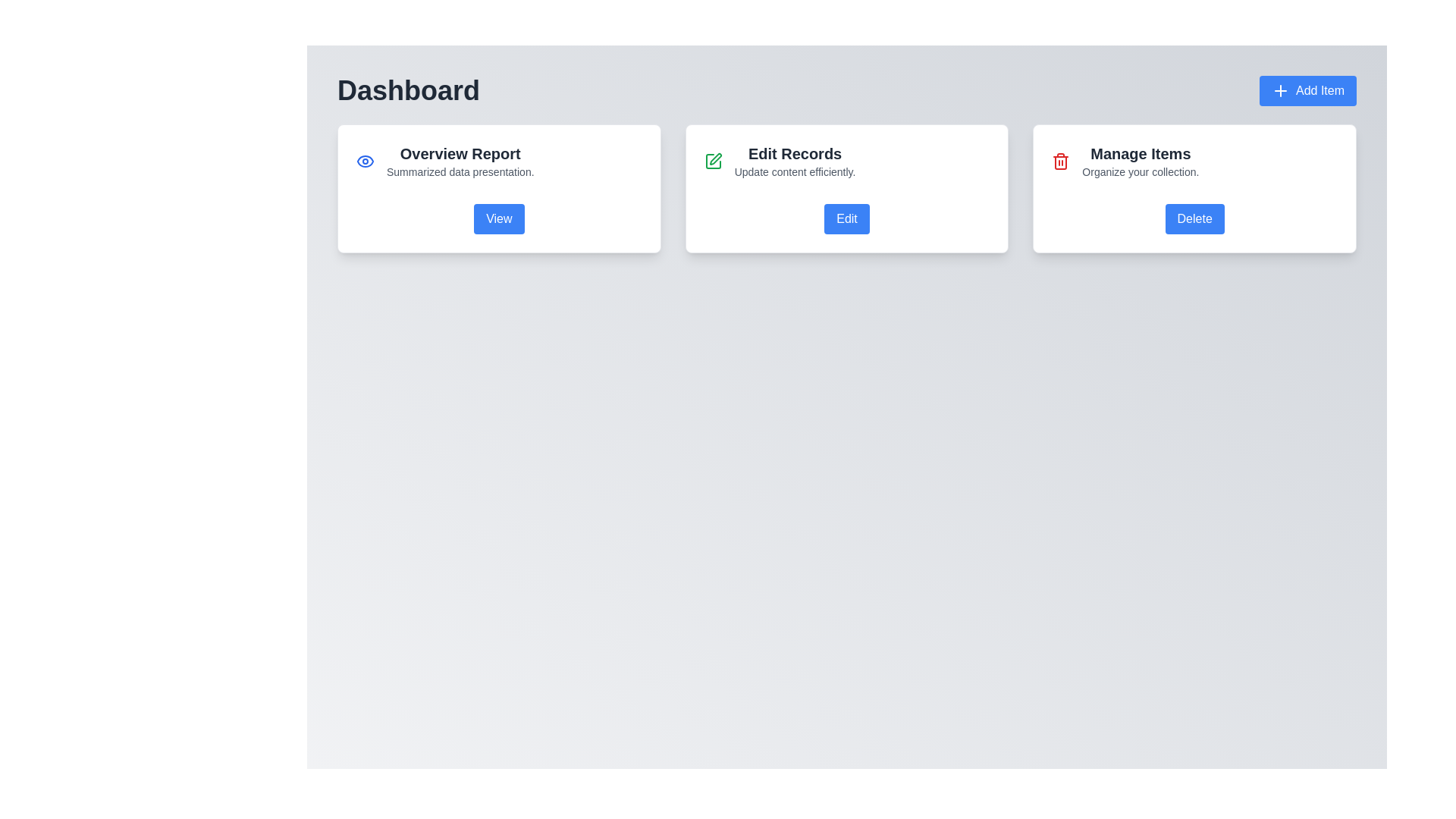 This screenshot has height=819, width=1456. What do you see at coordinates (460, 154) in the screenshot?
I see `text label displaying 'Overview Report' in bold, large text located at the top of the left-most card layout` at bounding box center [460, 154].